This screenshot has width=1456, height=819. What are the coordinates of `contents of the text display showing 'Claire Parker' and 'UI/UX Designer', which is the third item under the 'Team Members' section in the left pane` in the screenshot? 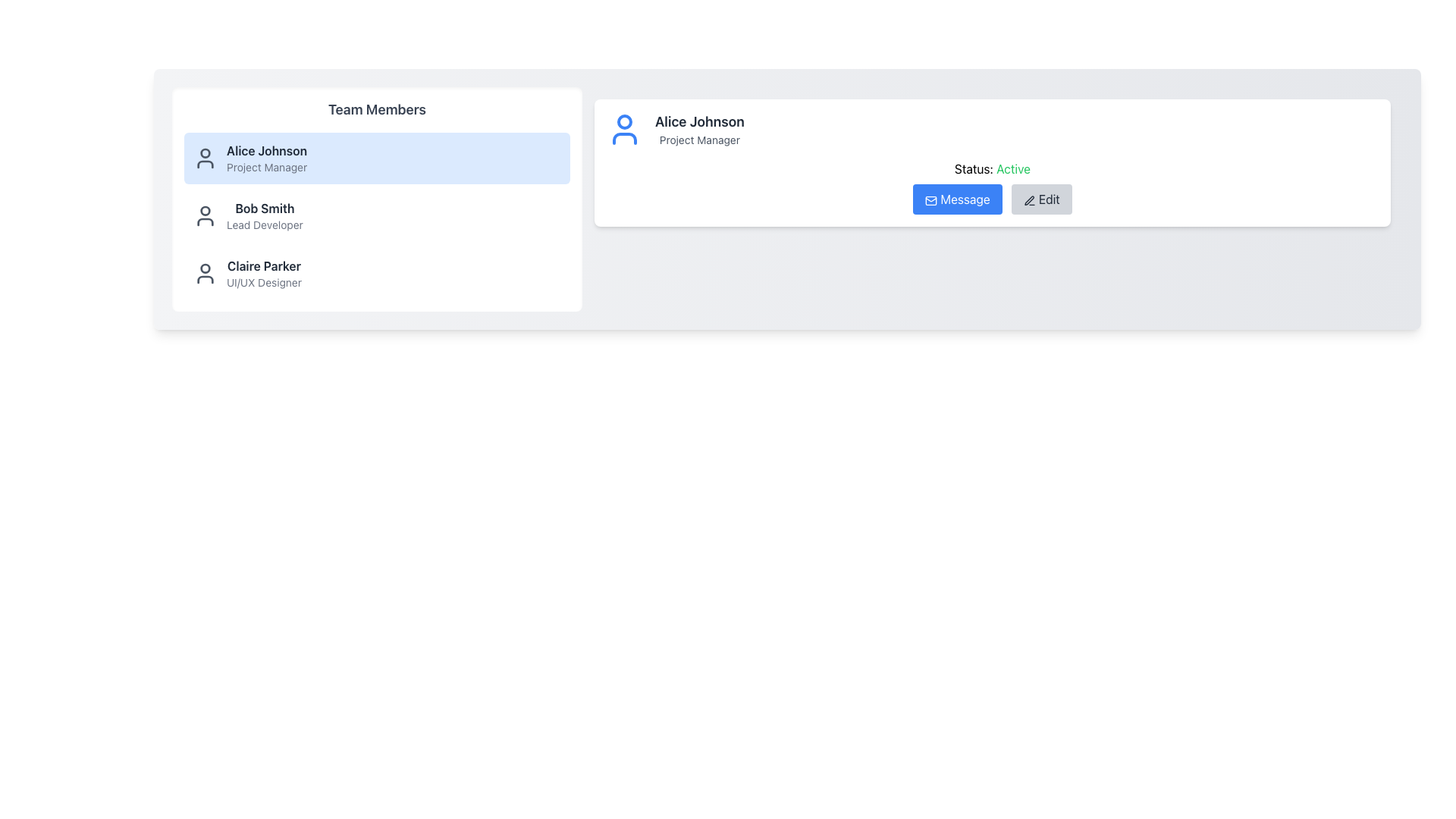 It's located at (264, 274).